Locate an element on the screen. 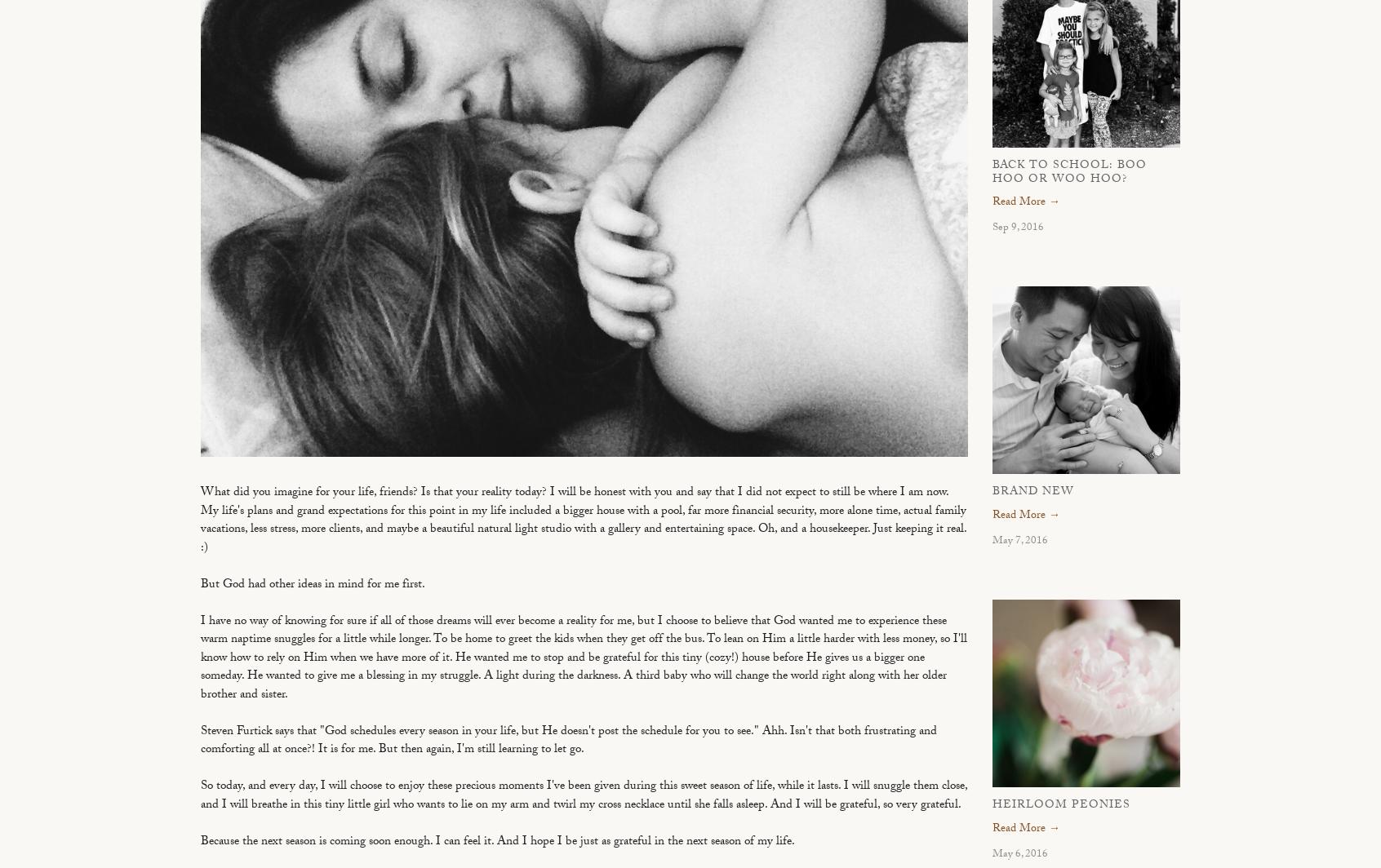 Image resolution: width=1381 pixels, height=868 pixels. 'Back to School: Boo Hoo or Woo Hoo?' is located at coordinates (1068, 172).